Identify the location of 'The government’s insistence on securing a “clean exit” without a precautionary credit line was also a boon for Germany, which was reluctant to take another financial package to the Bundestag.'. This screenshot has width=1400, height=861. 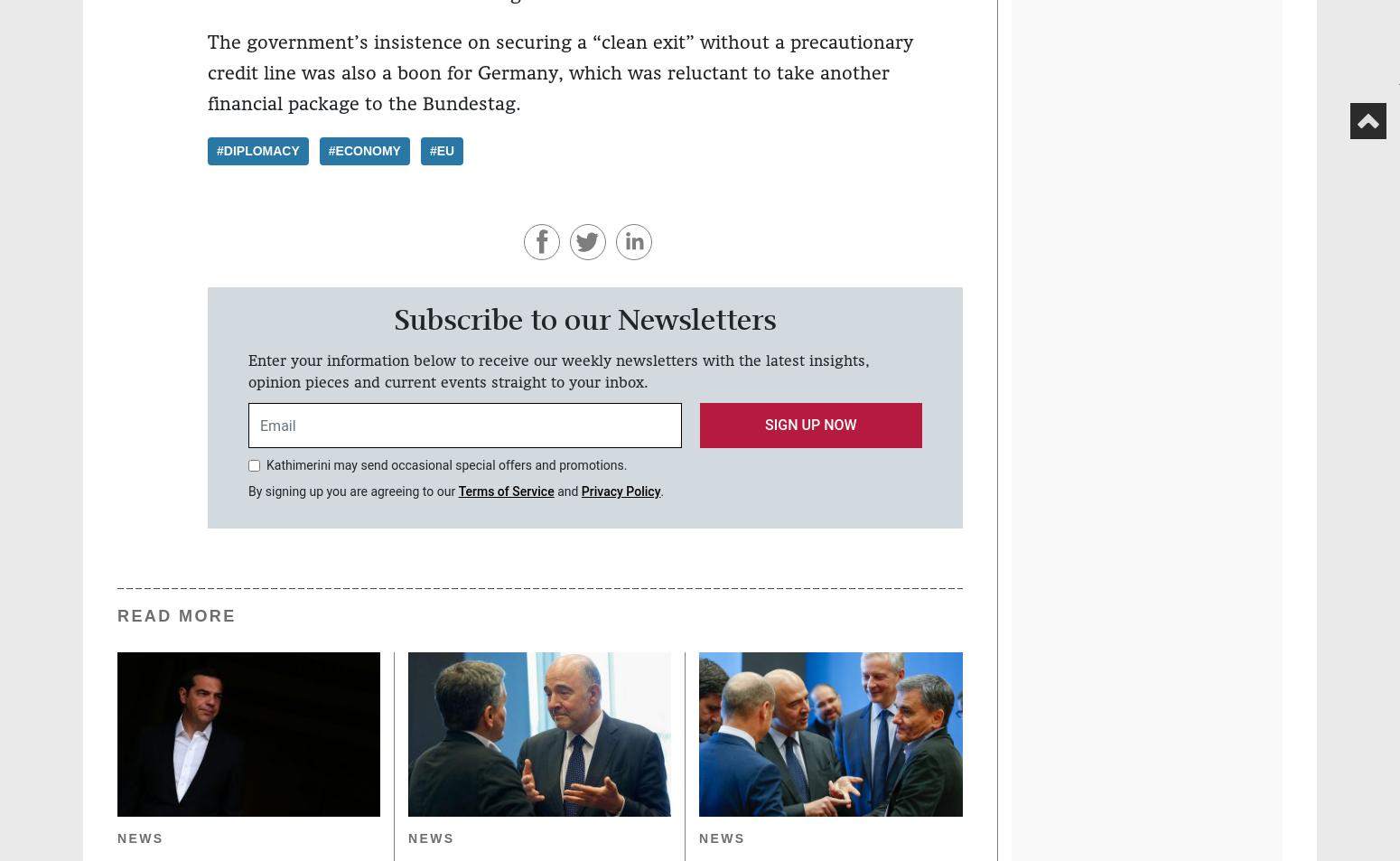
(560, 72).